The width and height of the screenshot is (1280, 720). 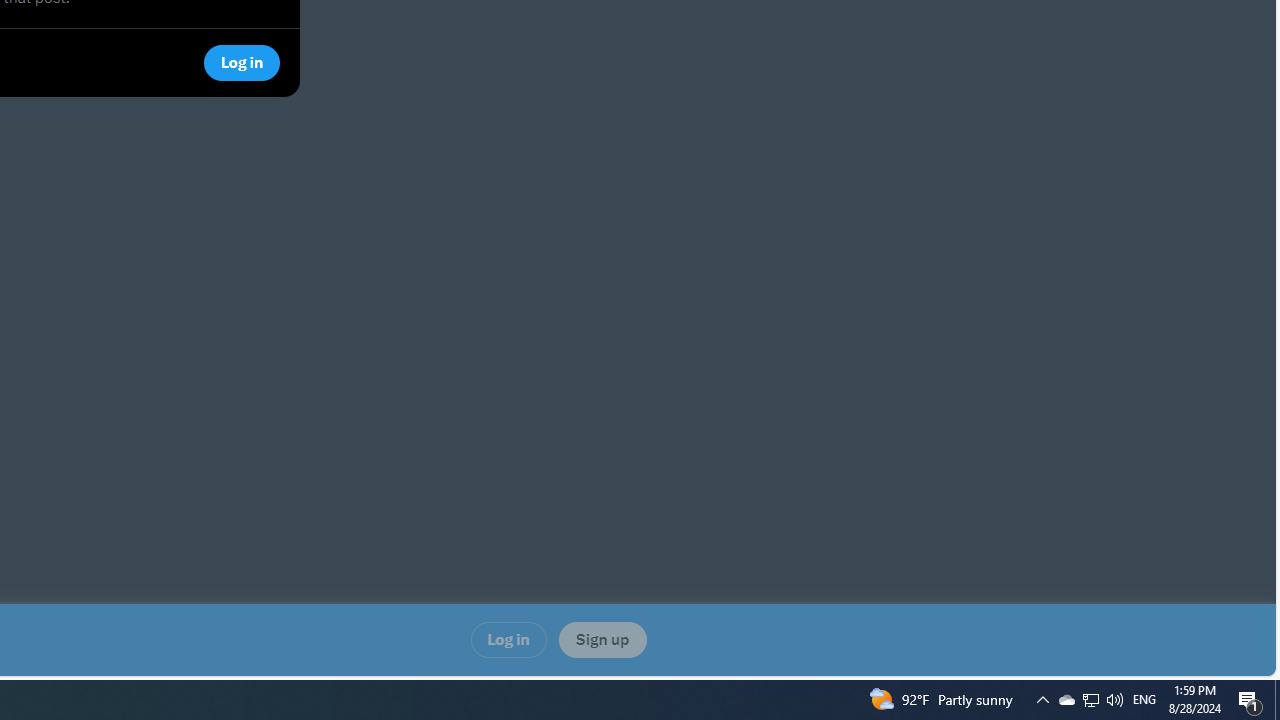 What do you see at coordinates (508, 640) in the screenshot?
I see `'Log in'` at bounding box center [508, 640].